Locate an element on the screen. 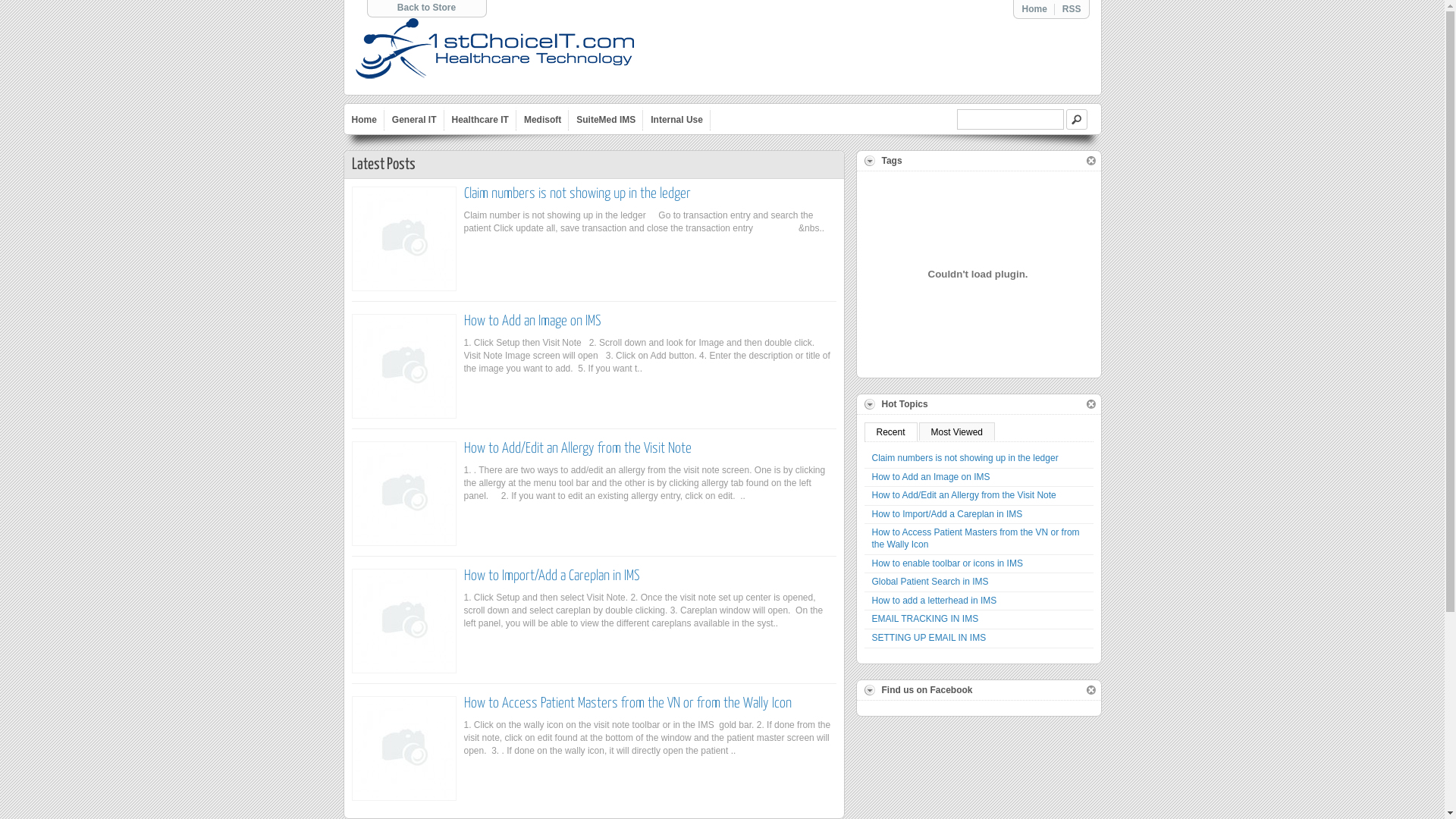 The width and height of the screenshot is (1456, 819). 'Recent' is located at coordinates (864, 431).